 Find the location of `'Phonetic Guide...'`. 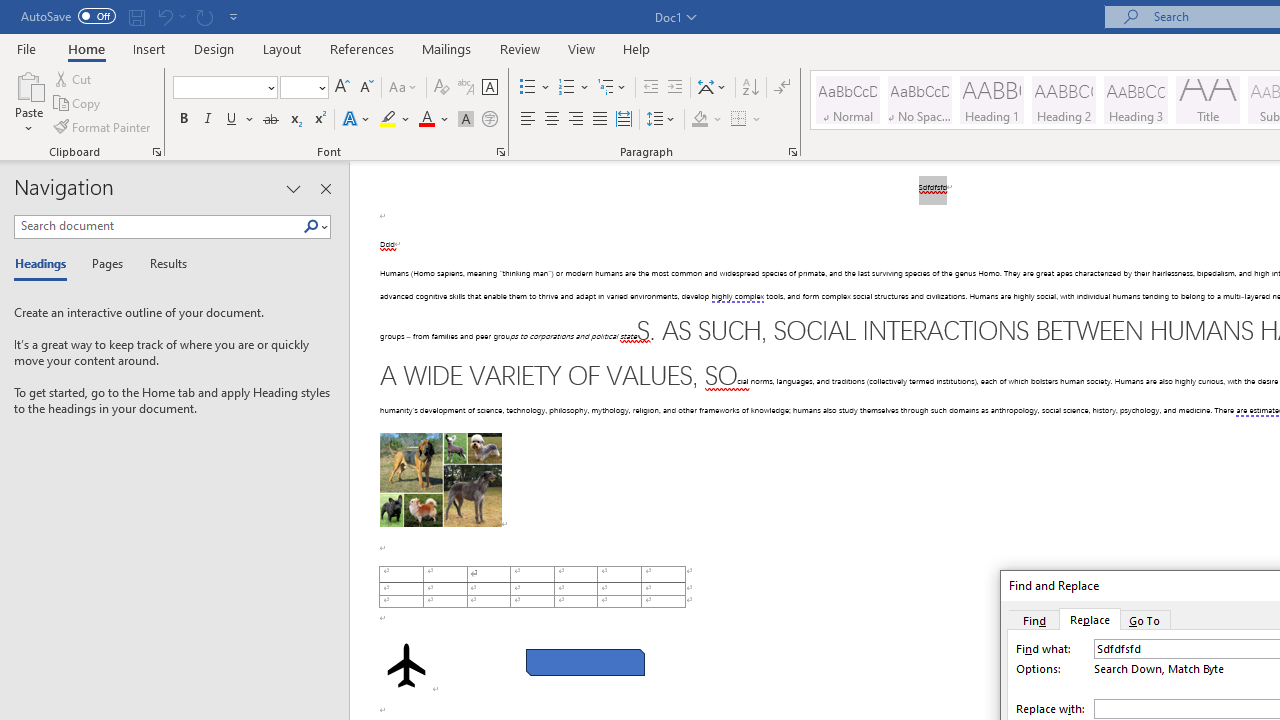

'Phonetic Guide...' is located at coordinates (464, 86).